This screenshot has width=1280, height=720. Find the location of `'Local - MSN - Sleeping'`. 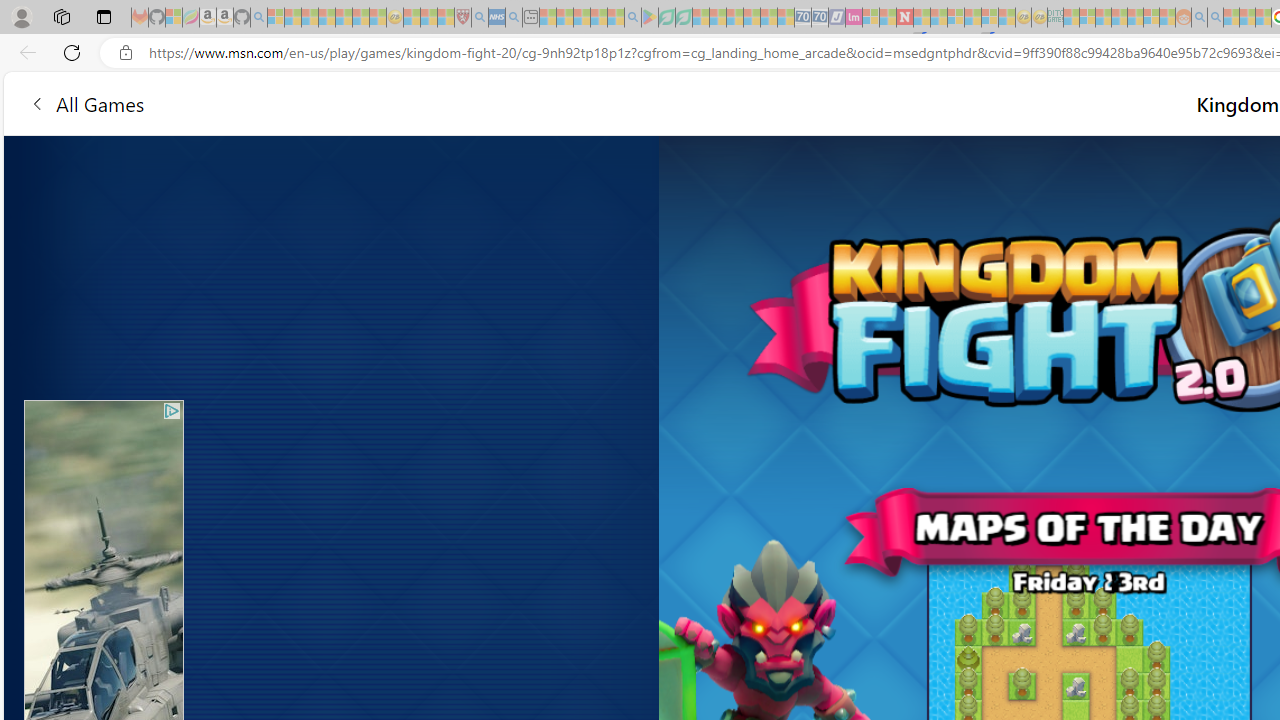

'Local - MSN - Sleeping' is located at coordinates (445, 17).